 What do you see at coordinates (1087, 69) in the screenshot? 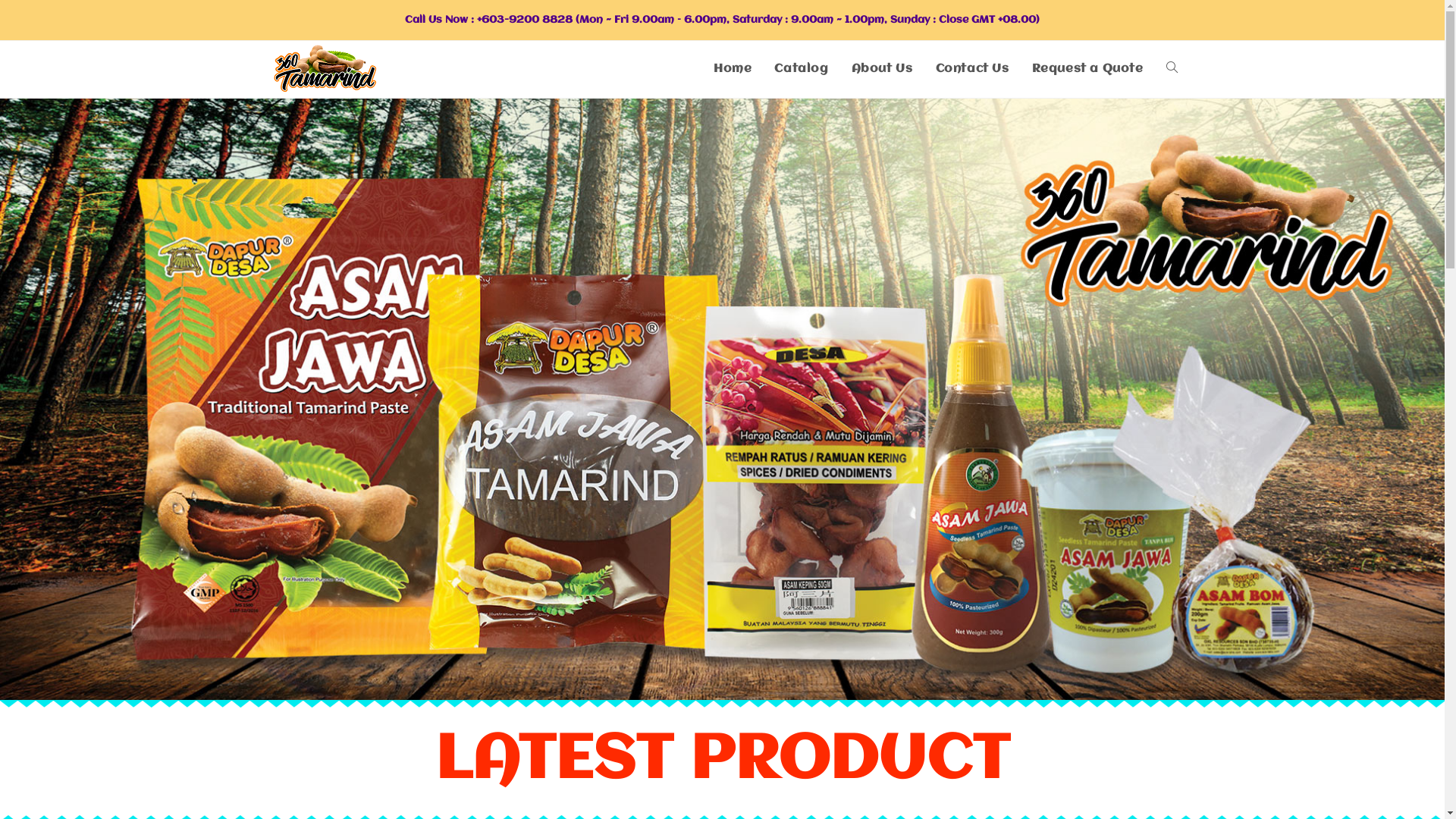
I see `'Request a Quote'` at bounding box center [1087, 69].